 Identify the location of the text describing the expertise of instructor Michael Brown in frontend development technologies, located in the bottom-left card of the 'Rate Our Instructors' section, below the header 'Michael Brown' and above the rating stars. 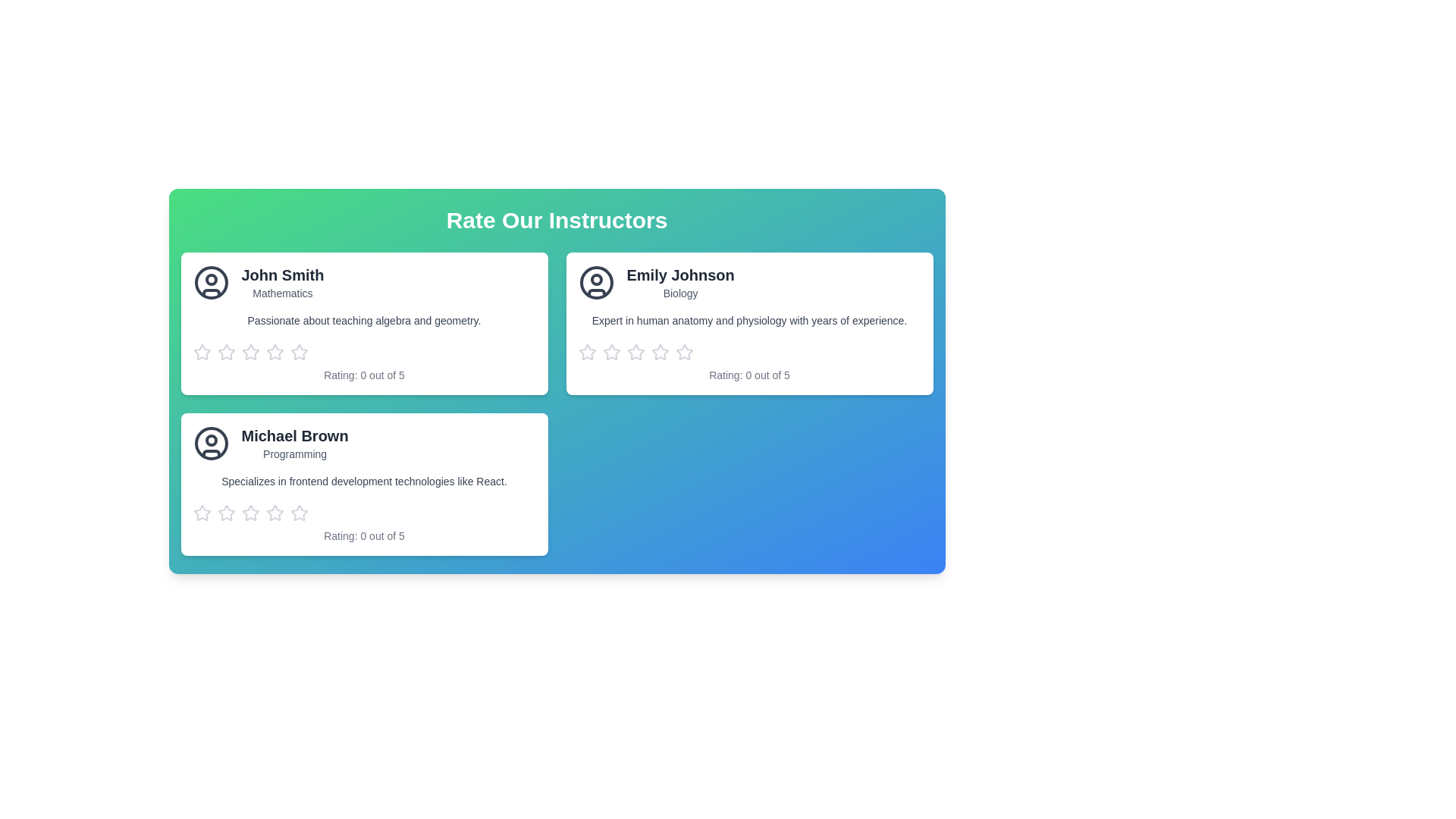
(364, 482).